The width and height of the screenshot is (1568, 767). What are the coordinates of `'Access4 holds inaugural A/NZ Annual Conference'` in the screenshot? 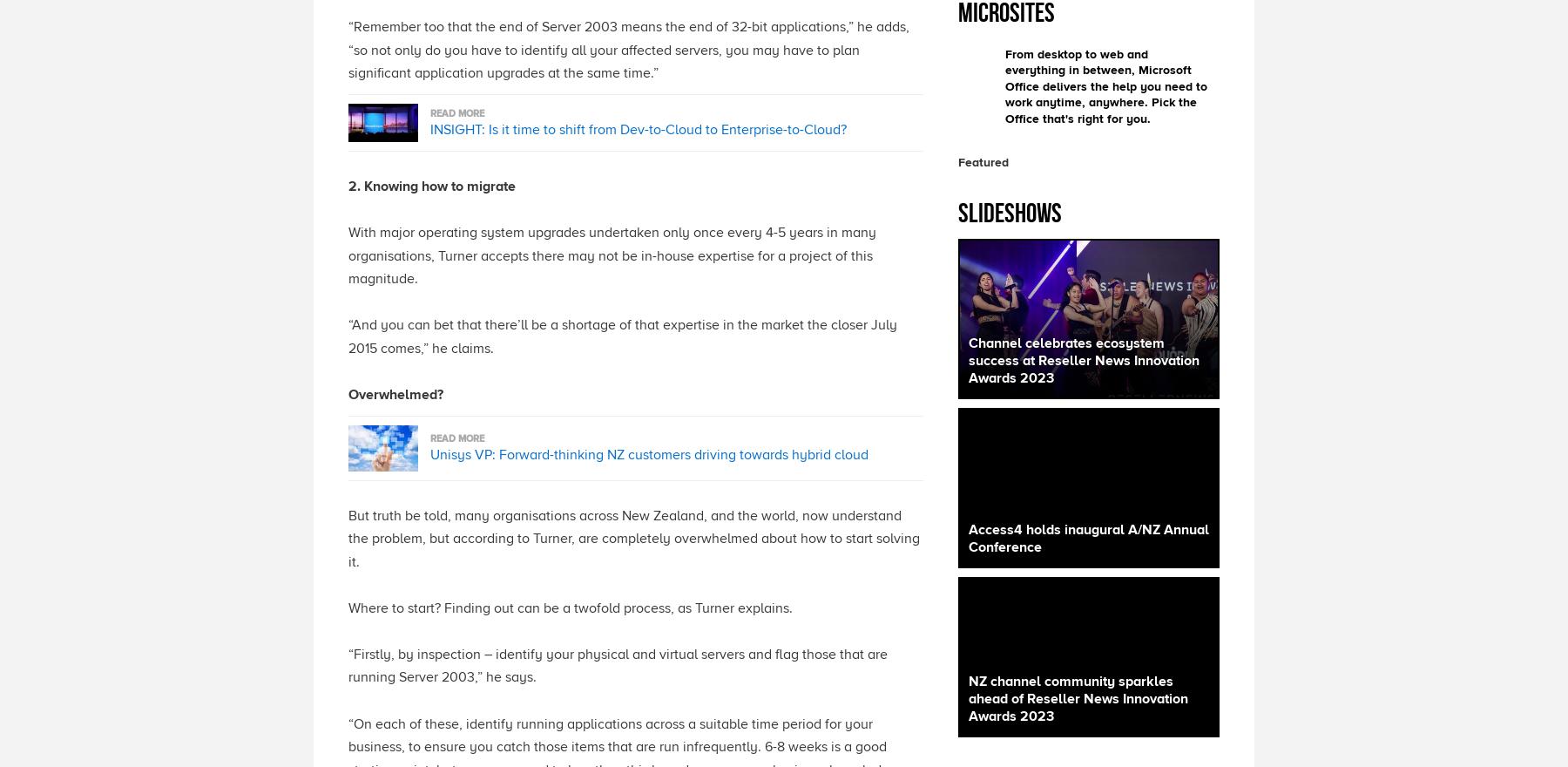 It's located at (1088, 538).